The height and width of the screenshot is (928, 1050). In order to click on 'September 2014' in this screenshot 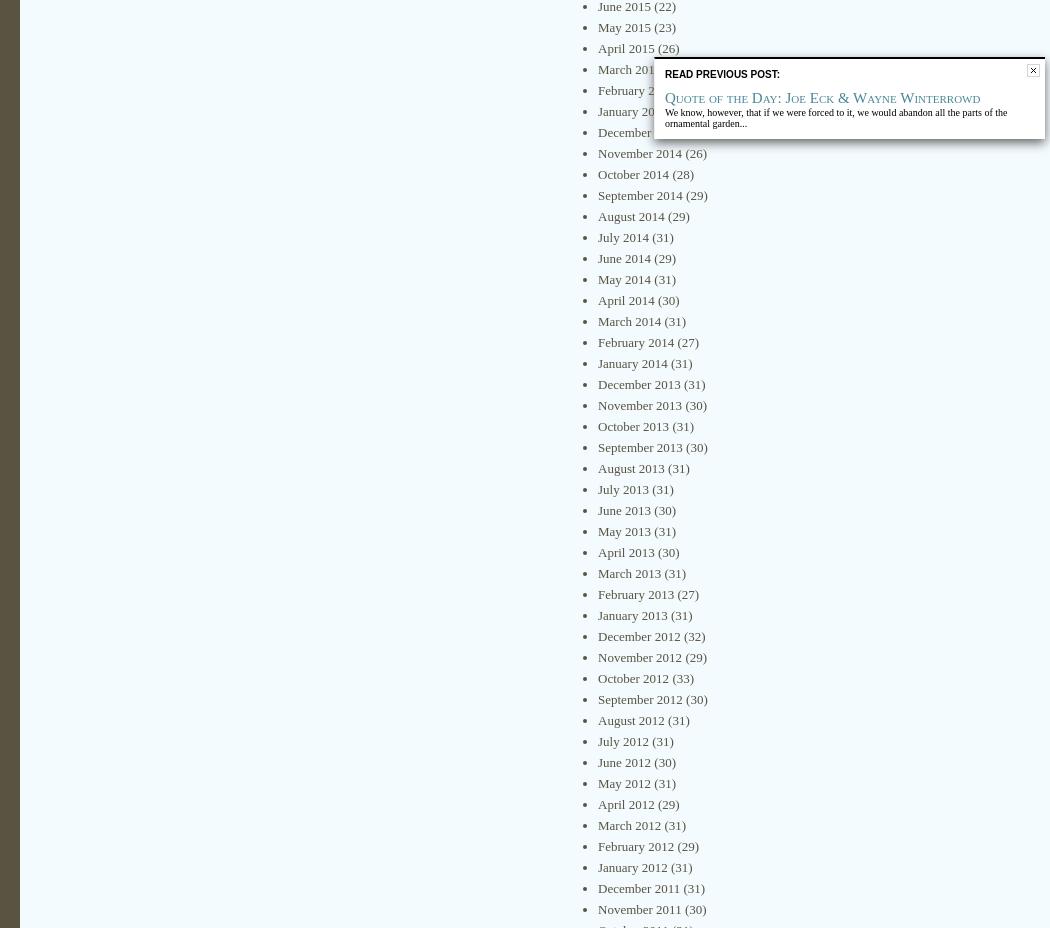, I will do `click(638, 195)`.